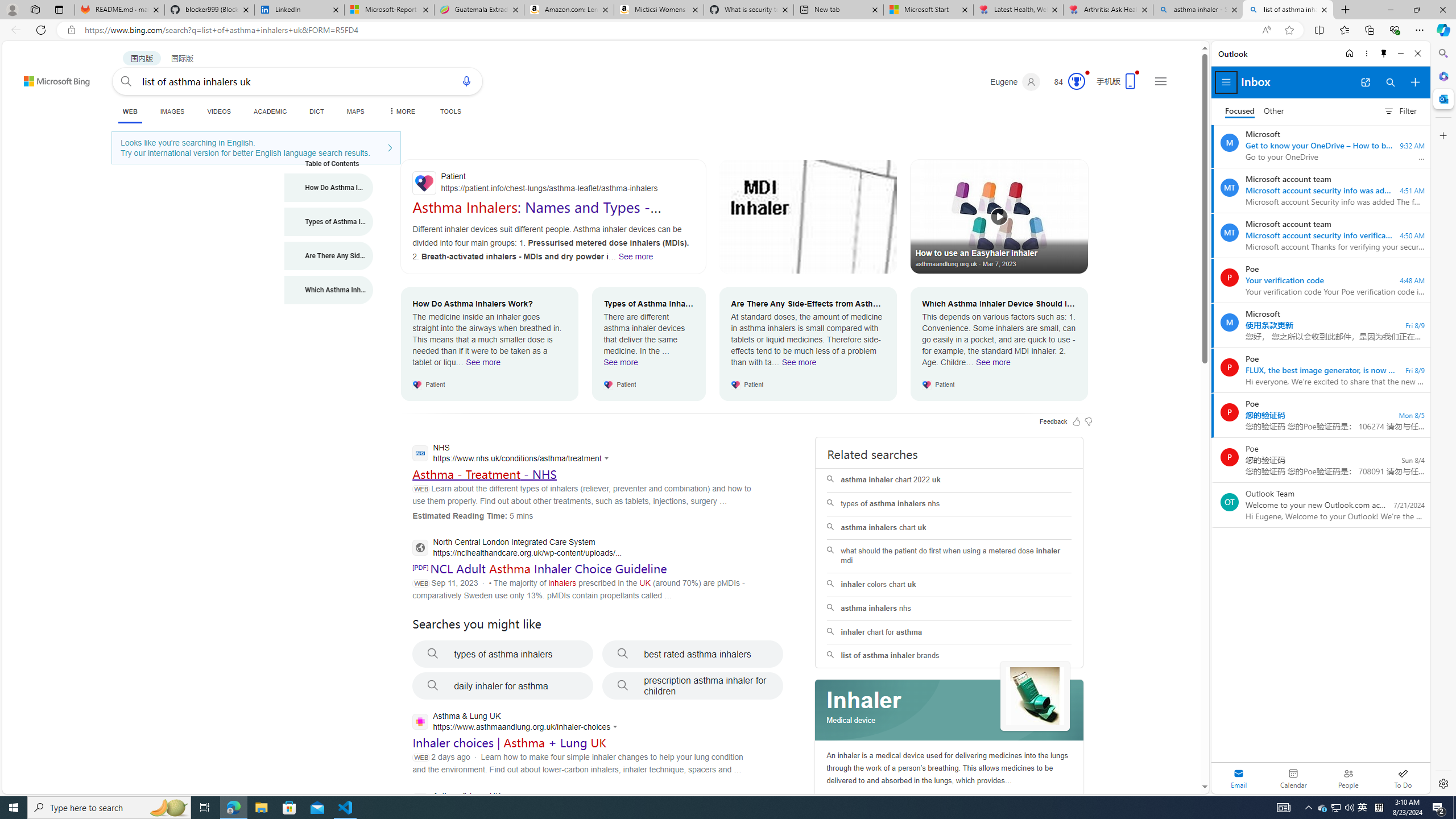 This screenshot has width=1456, height=819. What do you see at coordinates (1076, 80) in the screenshot?
I see `'AutomationID: rh_meter'` at bounding box center [1076, 80].